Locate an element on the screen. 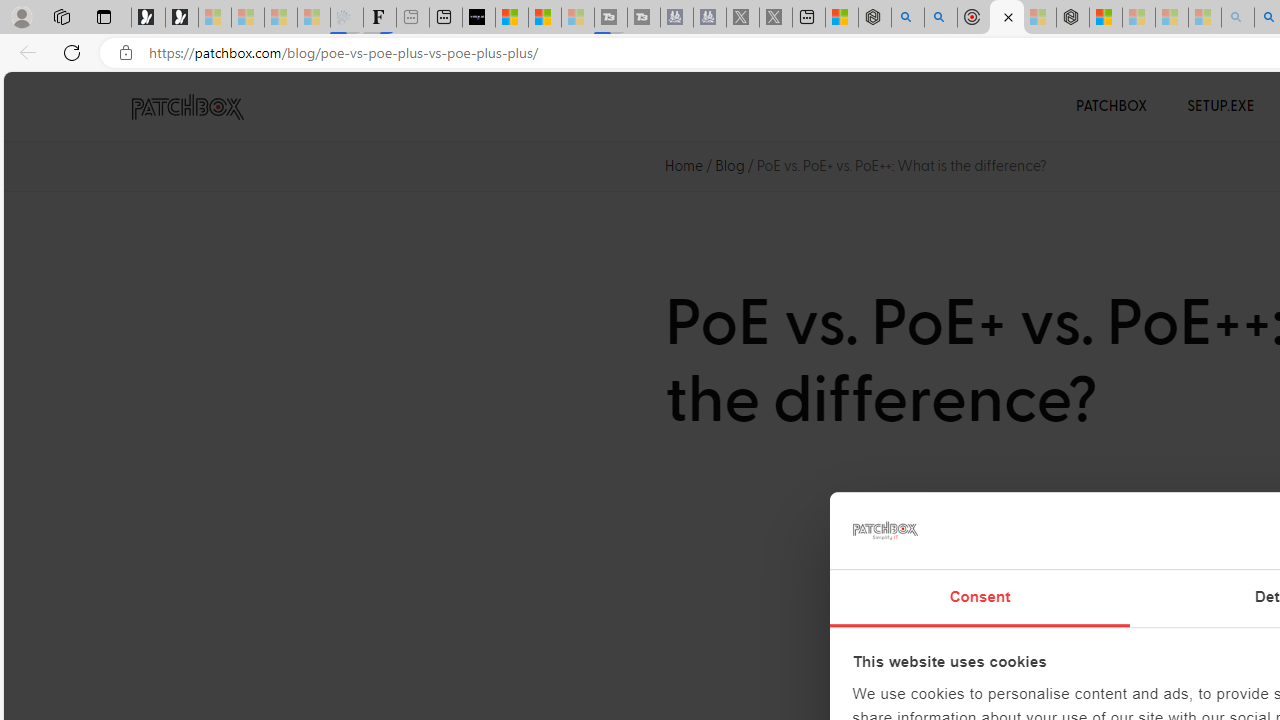  'Blog' is located at coordinates (729, 164).